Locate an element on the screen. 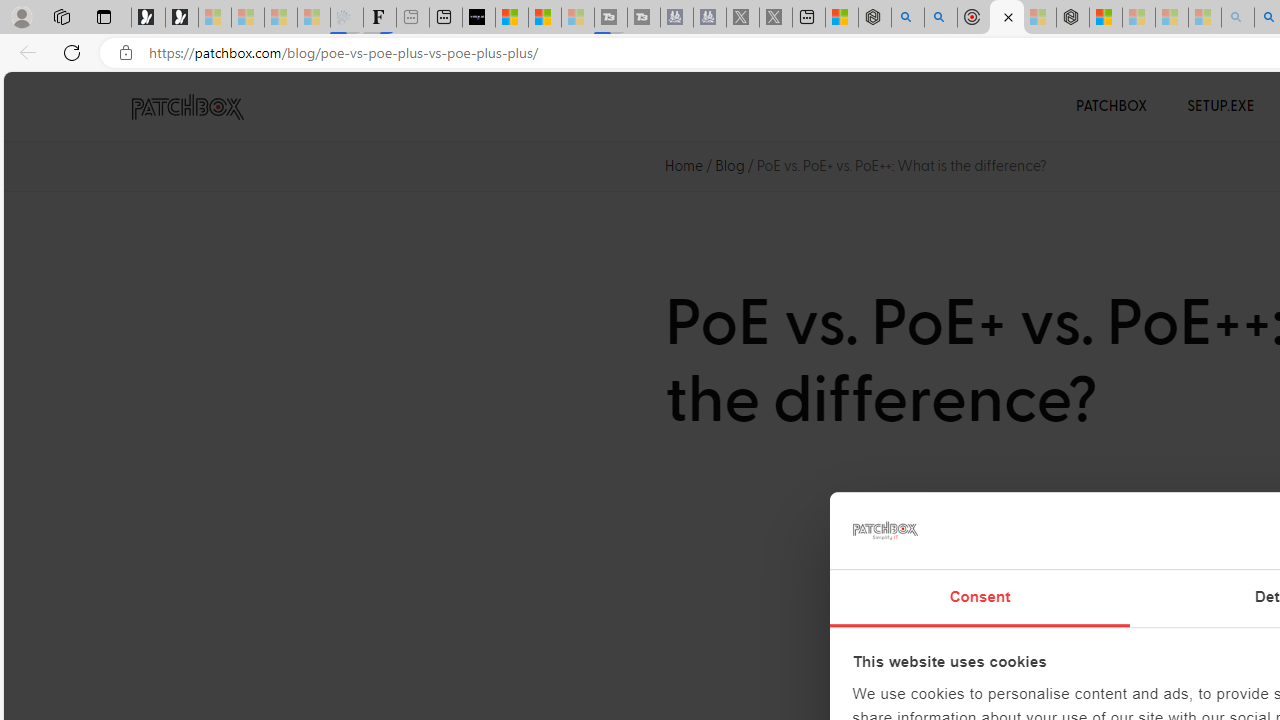  'Blog' is located at coordinates (729, 164).